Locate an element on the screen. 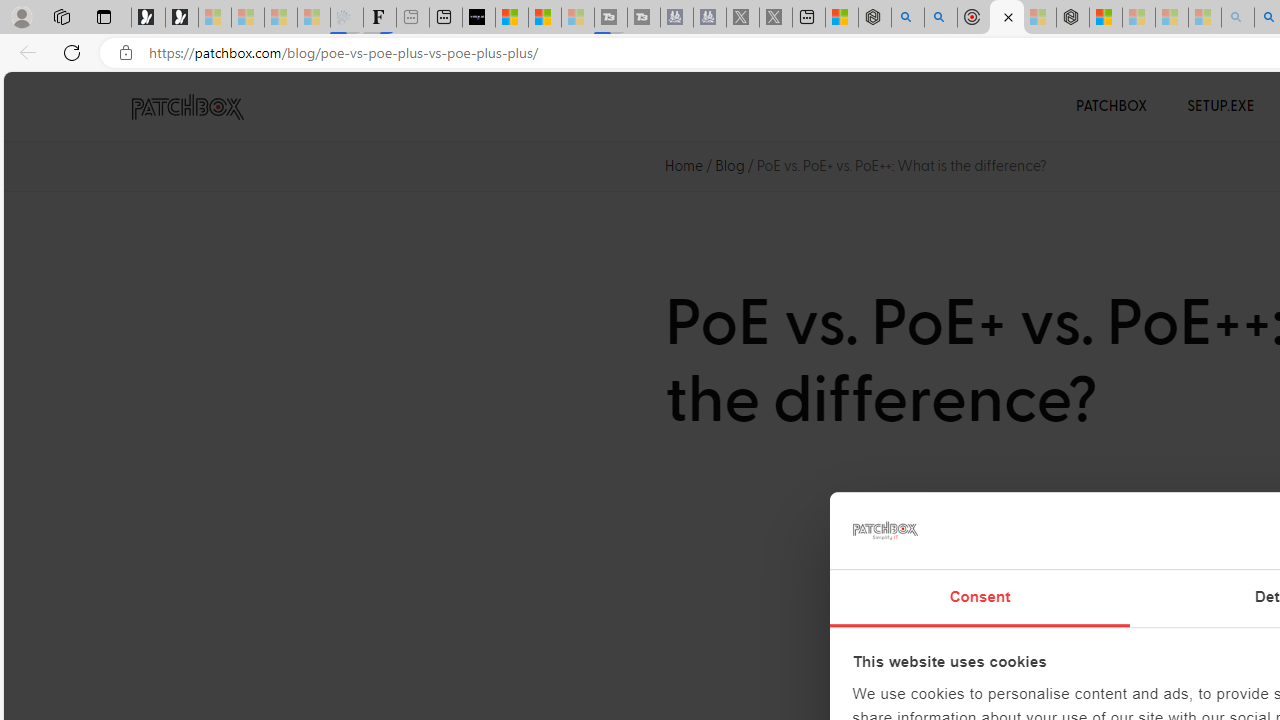  'Blog' is located at coordinates (729, 164).